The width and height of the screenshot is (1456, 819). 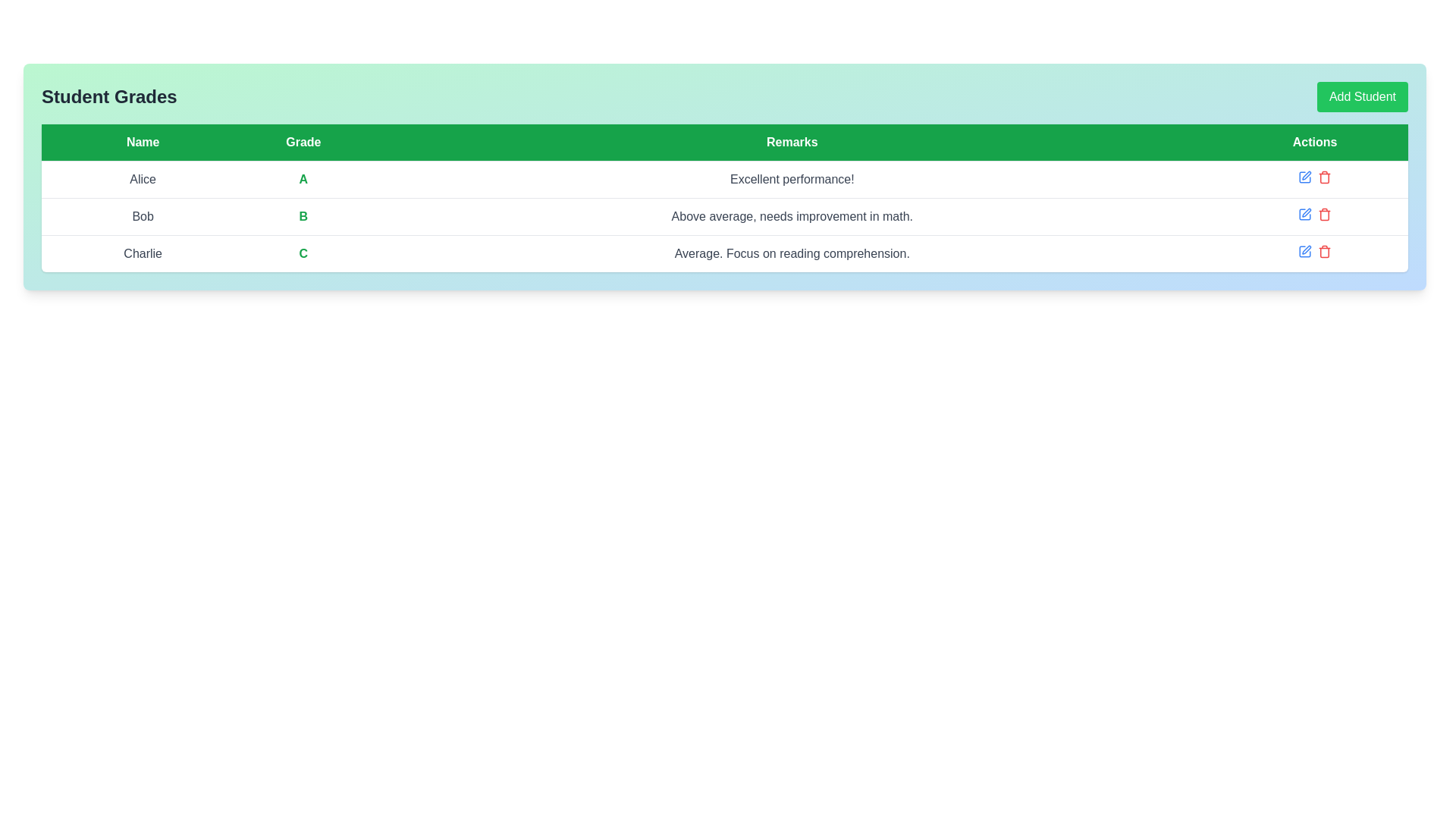 What do you see at coordinates (1306, 212) in the screenshot?
I see `the pen icon button located in the third row of the 'Actions' section` at bounding box center [1306, 212].